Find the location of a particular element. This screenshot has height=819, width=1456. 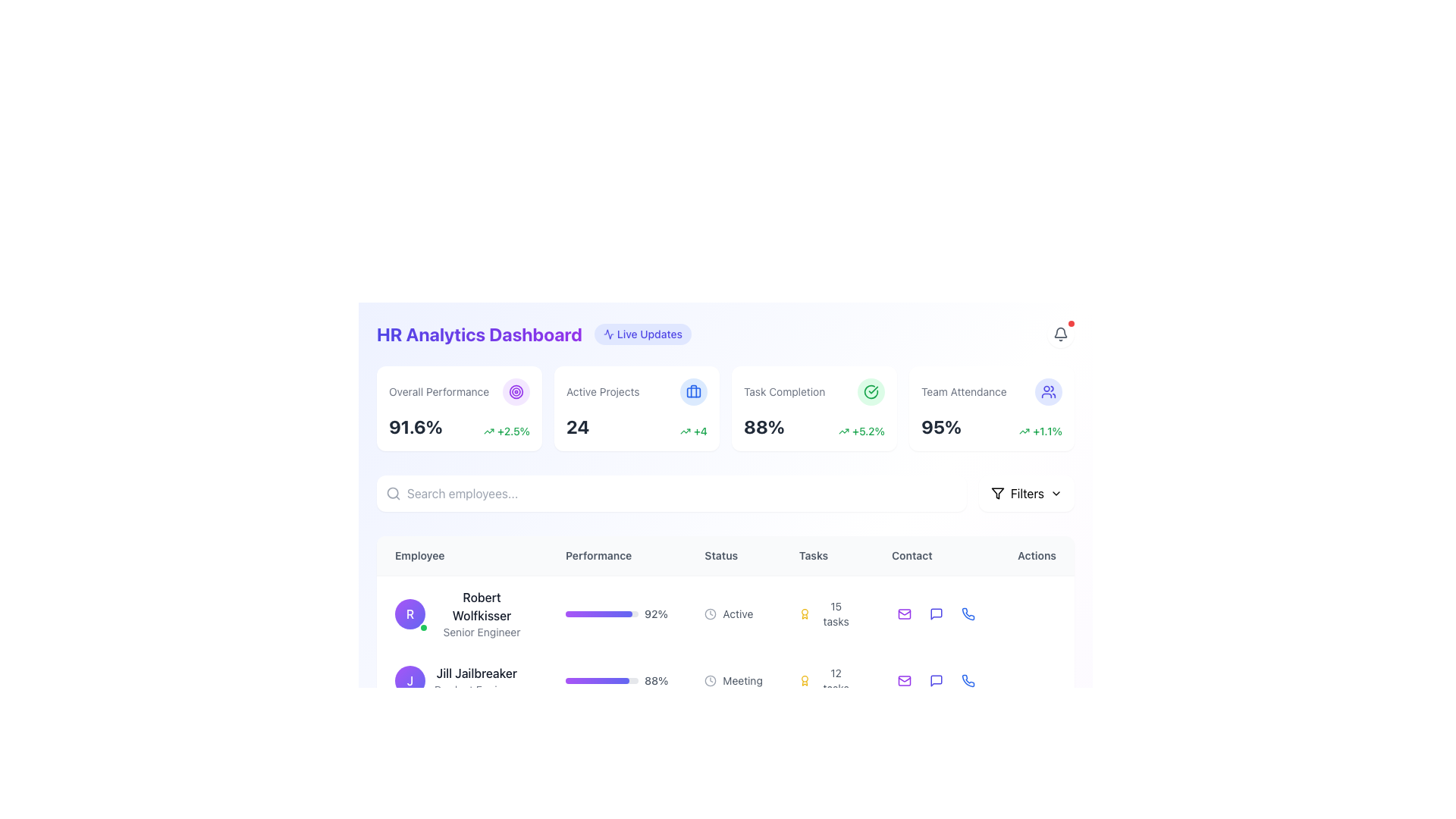

the Button or Dropdown Indicator located to the right of the 'Filters' label is located at coordinates (1055, 494).